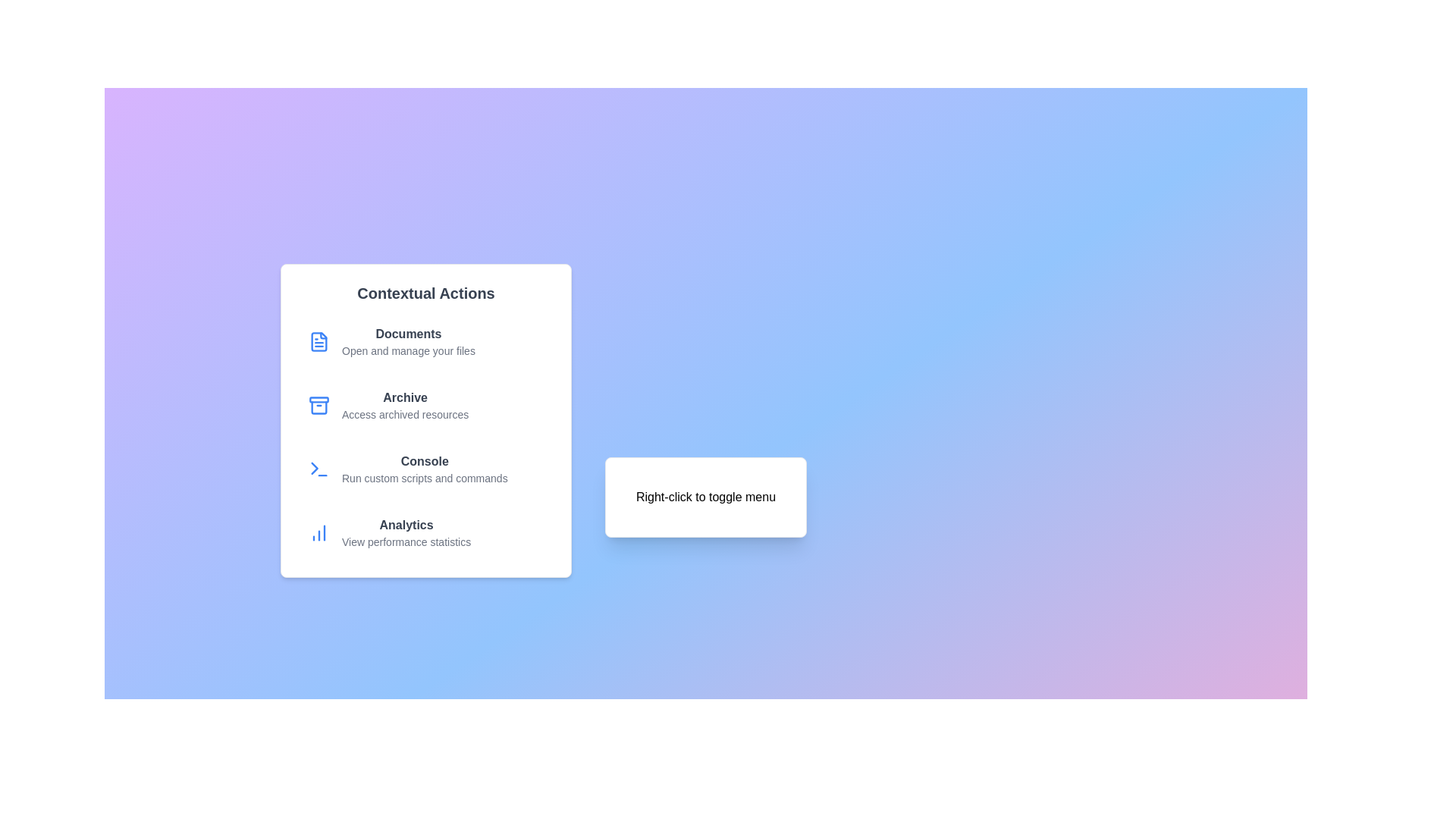 The width and height of the screenshot is (1456, 819). I want to click on the menu option Analytics to view its hover effect, so click(425, 532).